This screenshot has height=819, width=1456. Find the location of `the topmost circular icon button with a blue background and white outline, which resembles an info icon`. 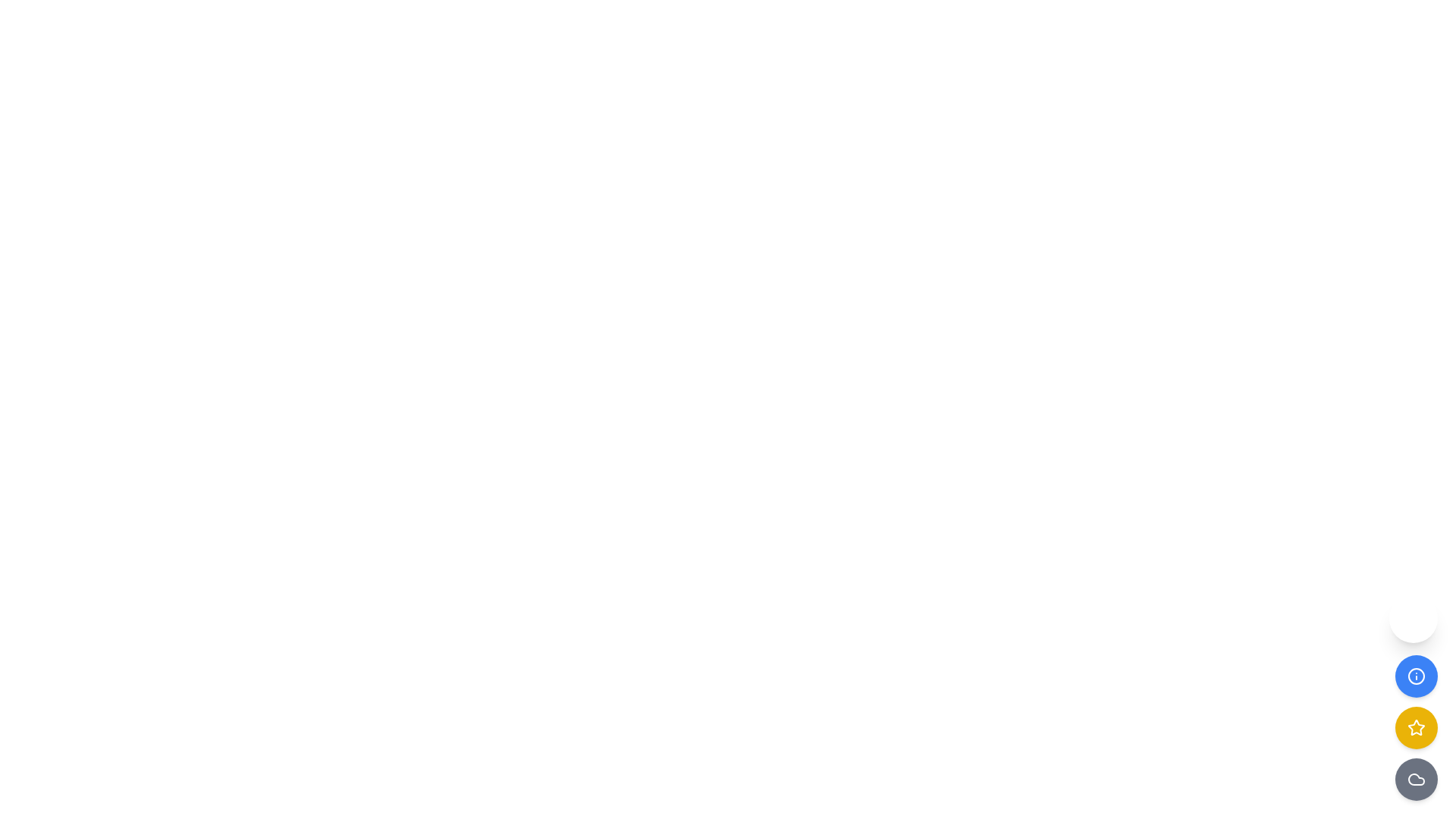

the topmost circular icon button with a blue background and white outline, which resembles an info icon is located at coordinates (1415, 675).